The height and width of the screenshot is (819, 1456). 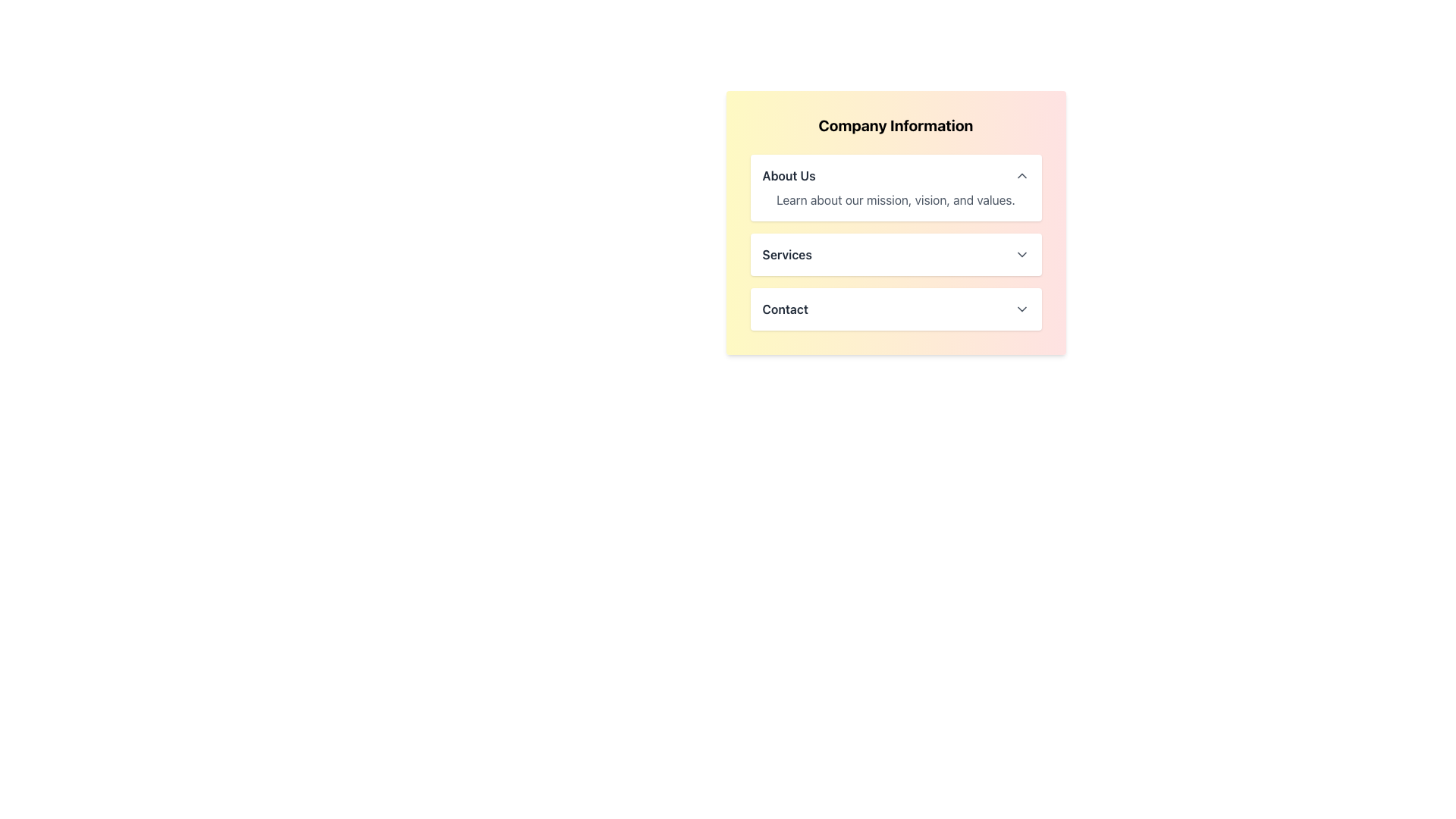 What do you see at coordinates (896, 199) in the screenshot?
I see `the Text Label that displays 'Learn about our mission, vision, and values.' located below the 'About Us' header in the dropdown-style group` at bounding box center [896, 199].